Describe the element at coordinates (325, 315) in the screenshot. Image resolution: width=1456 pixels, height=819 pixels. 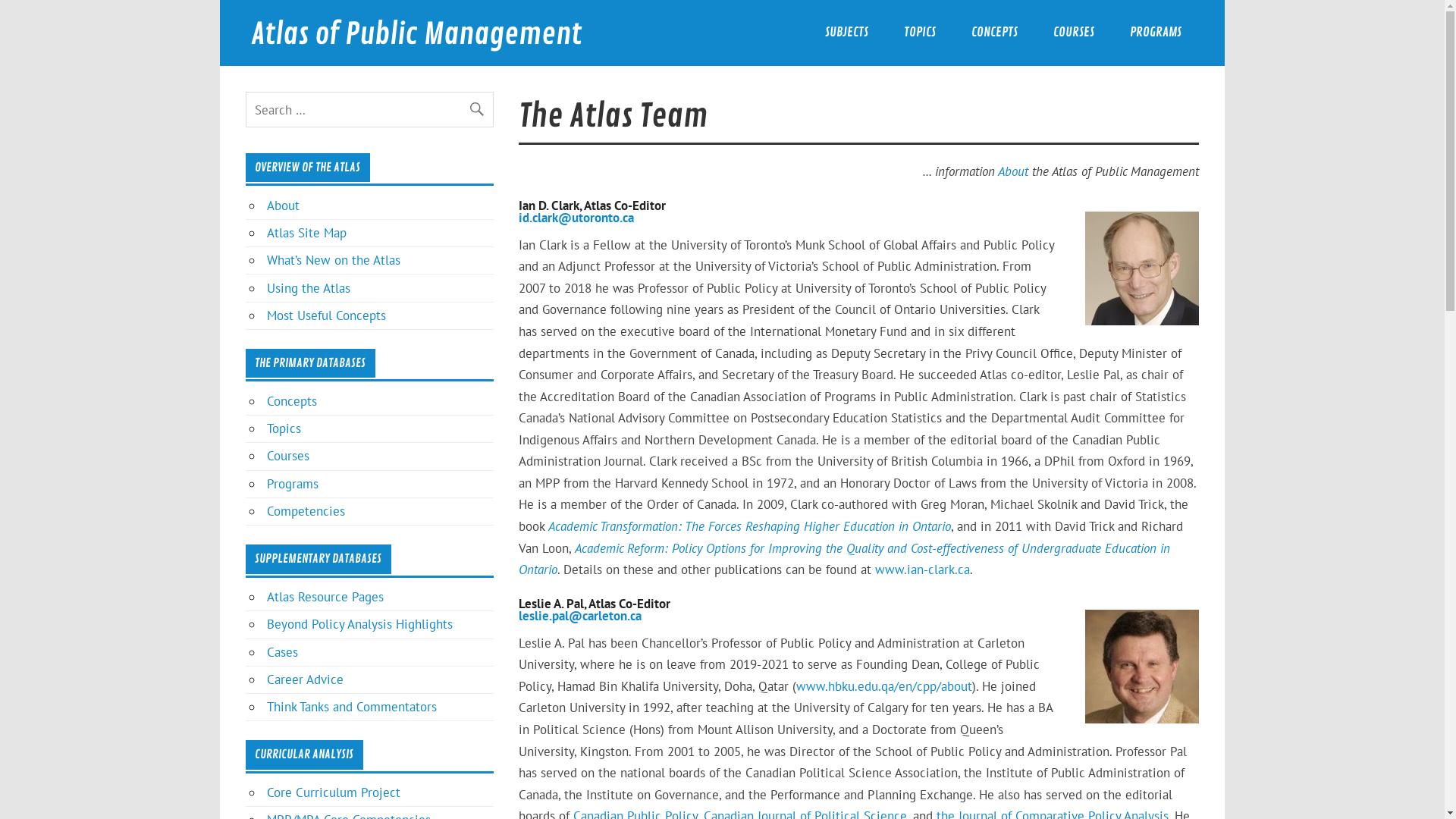
I see `'Most Useful Concepts'` at that location.